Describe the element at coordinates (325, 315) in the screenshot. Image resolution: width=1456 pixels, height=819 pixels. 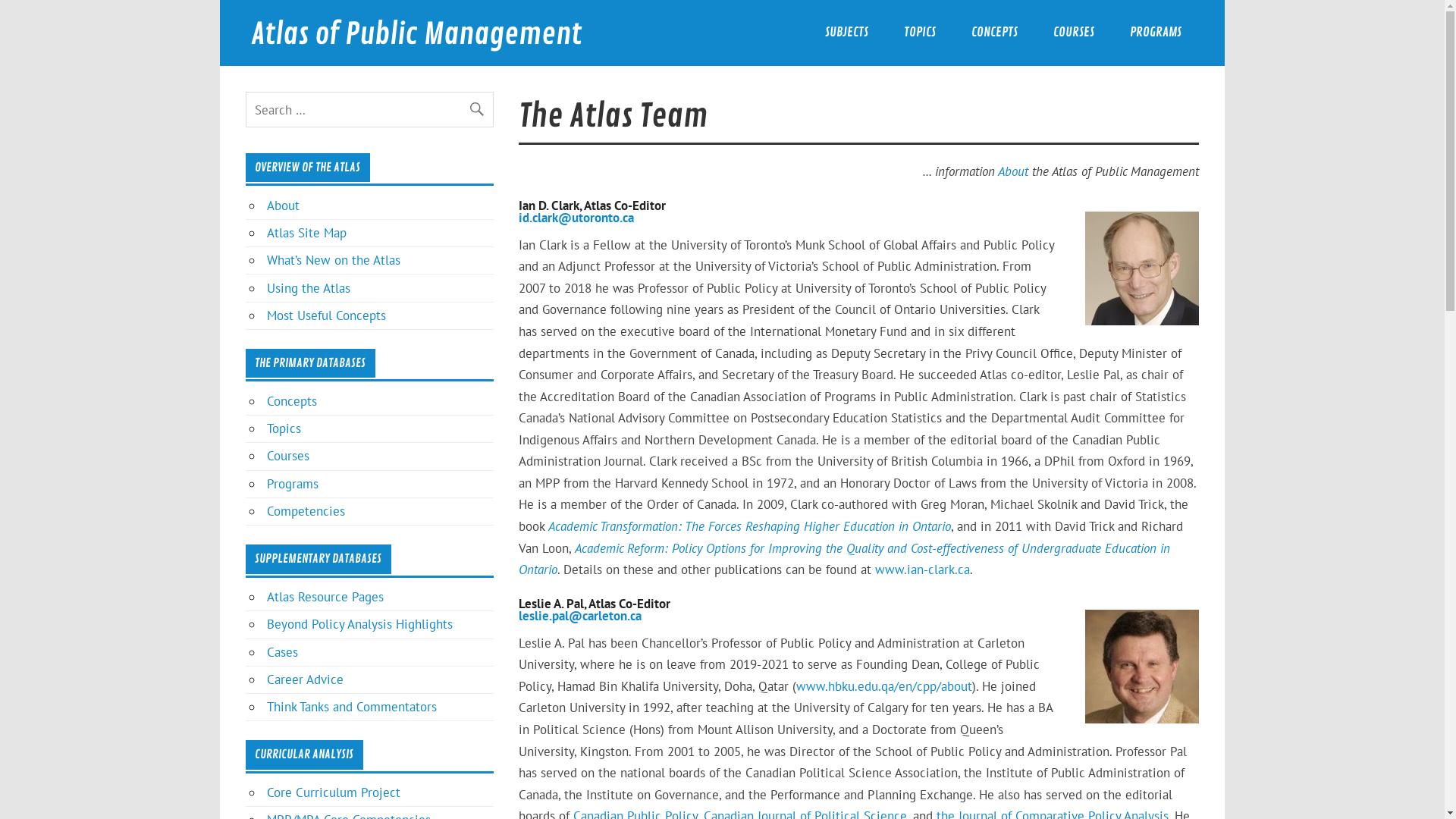
I see `'Most Useful Concepts'` at that location.